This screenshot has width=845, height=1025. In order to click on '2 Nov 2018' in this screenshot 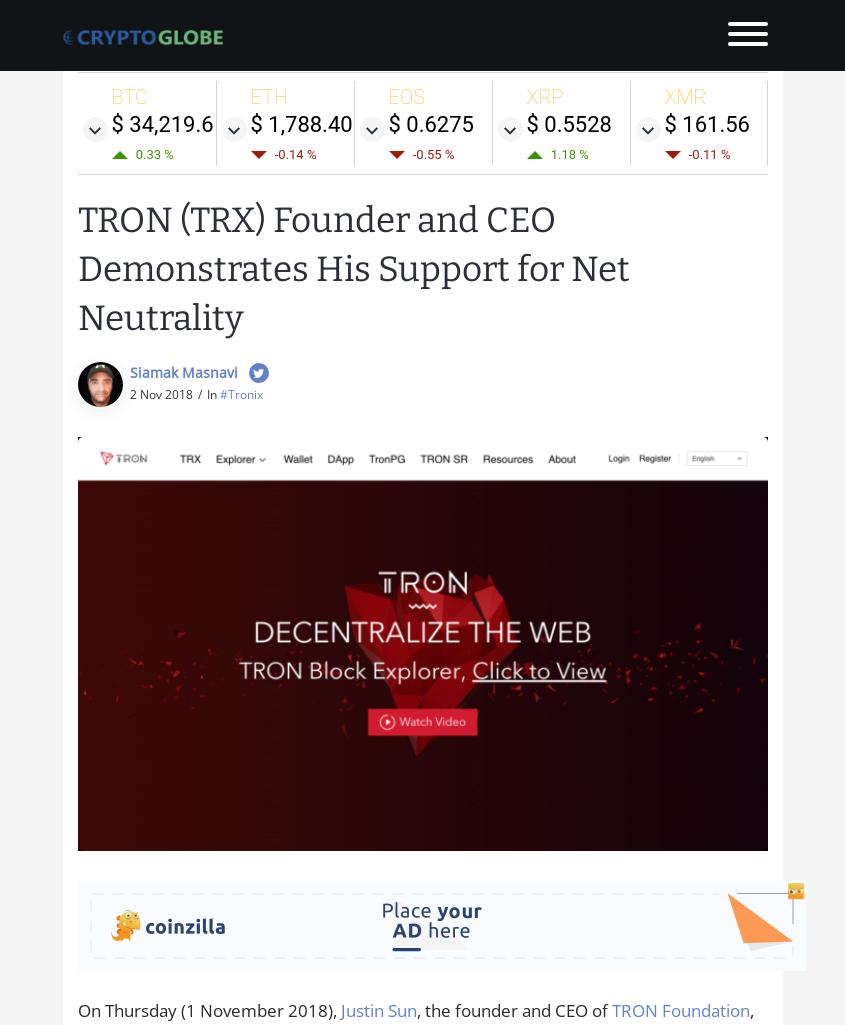, I will do `click(160, 393)`.